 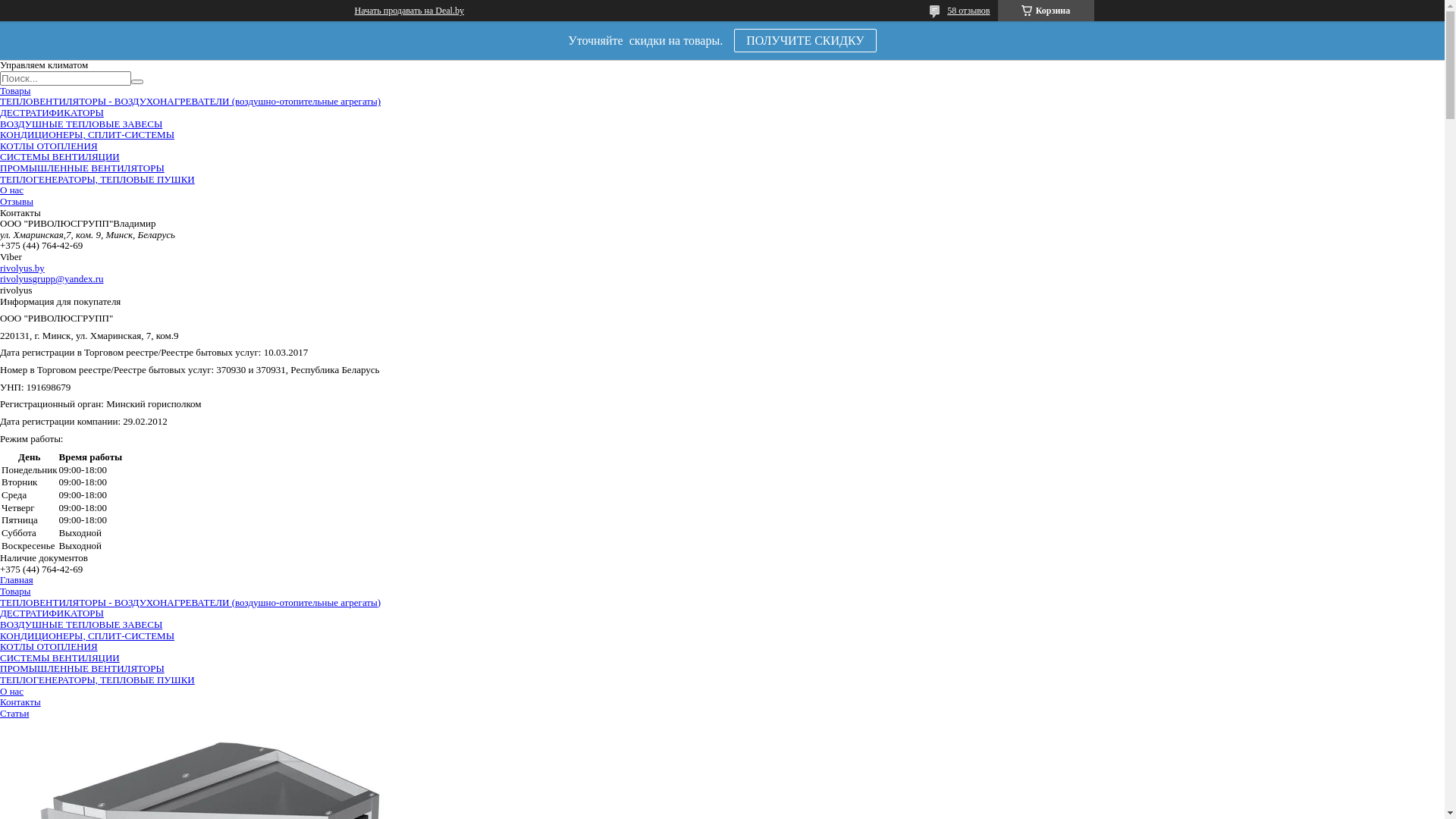 I want to click on 'rivolyusgrupp@yandex.ru', so click(x=52, y=278).